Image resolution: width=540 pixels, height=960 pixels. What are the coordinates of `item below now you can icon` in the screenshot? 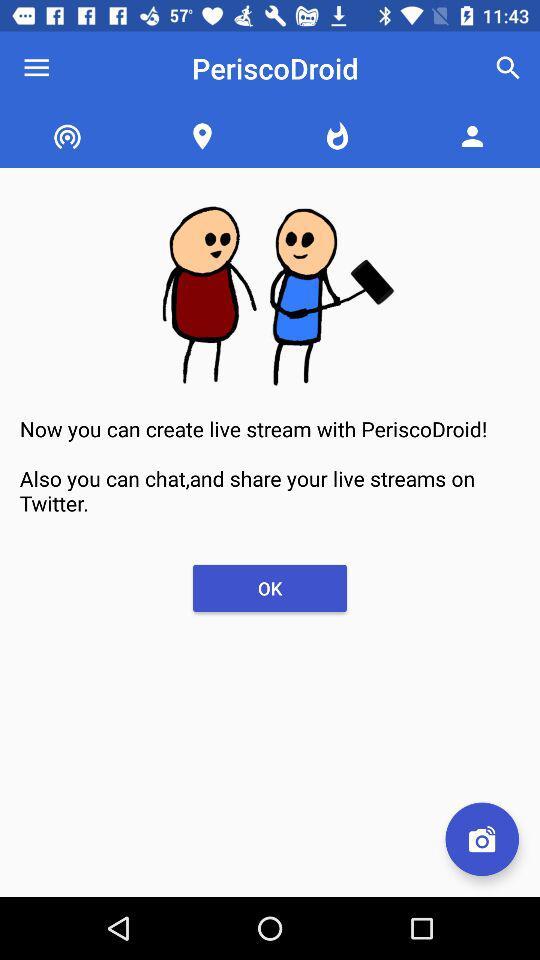 It's located at (270, 588).